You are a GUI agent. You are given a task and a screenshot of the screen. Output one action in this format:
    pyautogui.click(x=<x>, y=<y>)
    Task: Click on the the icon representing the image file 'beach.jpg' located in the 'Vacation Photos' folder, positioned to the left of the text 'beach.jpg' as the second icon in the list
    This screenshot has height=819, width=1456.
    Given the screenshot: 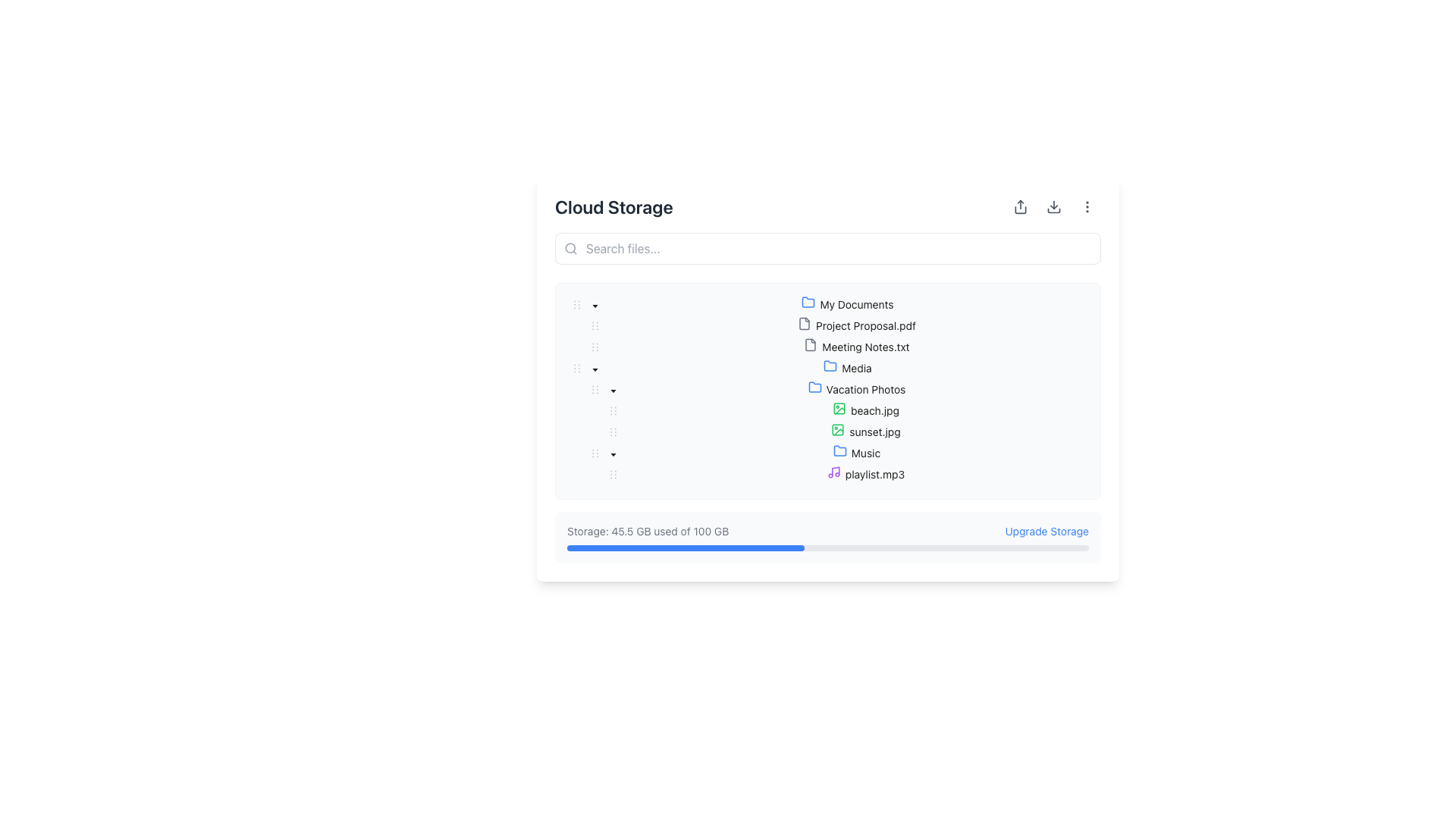 What is the action you would take?
    pyautogui.click(x=837, y=430)
    